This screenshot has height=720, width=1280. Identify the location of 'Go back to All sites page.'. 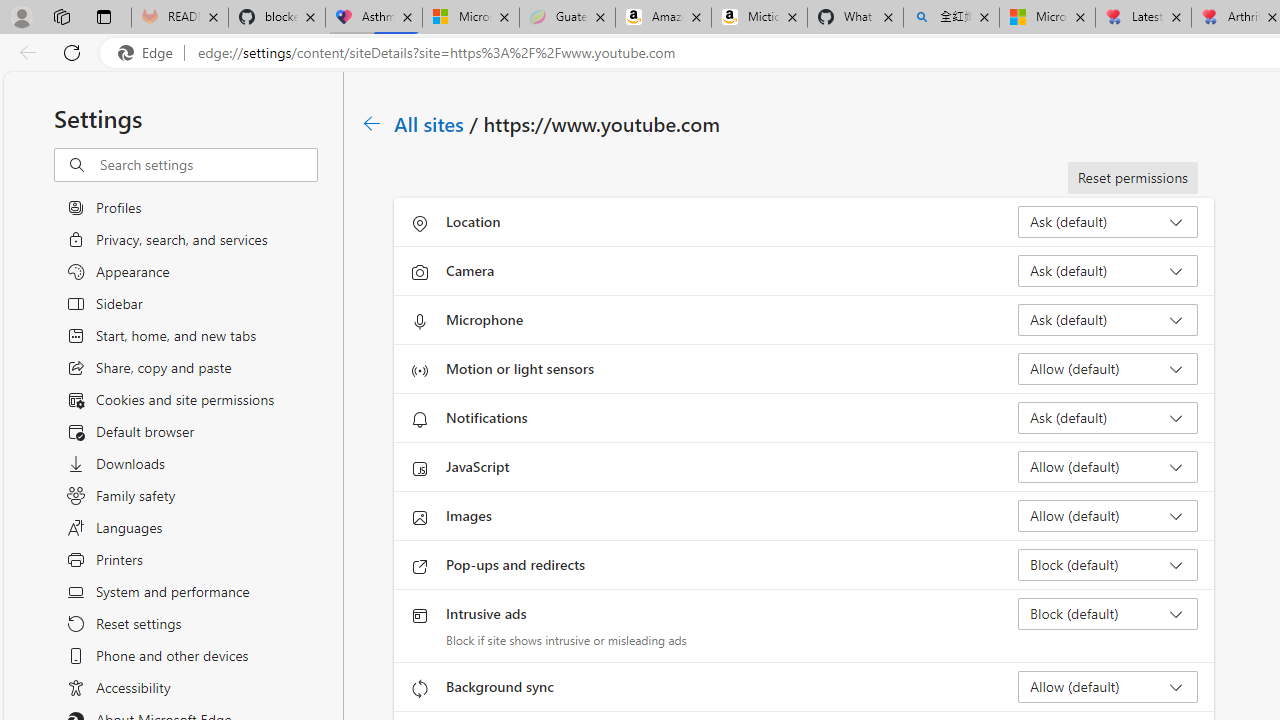
(372, 123).